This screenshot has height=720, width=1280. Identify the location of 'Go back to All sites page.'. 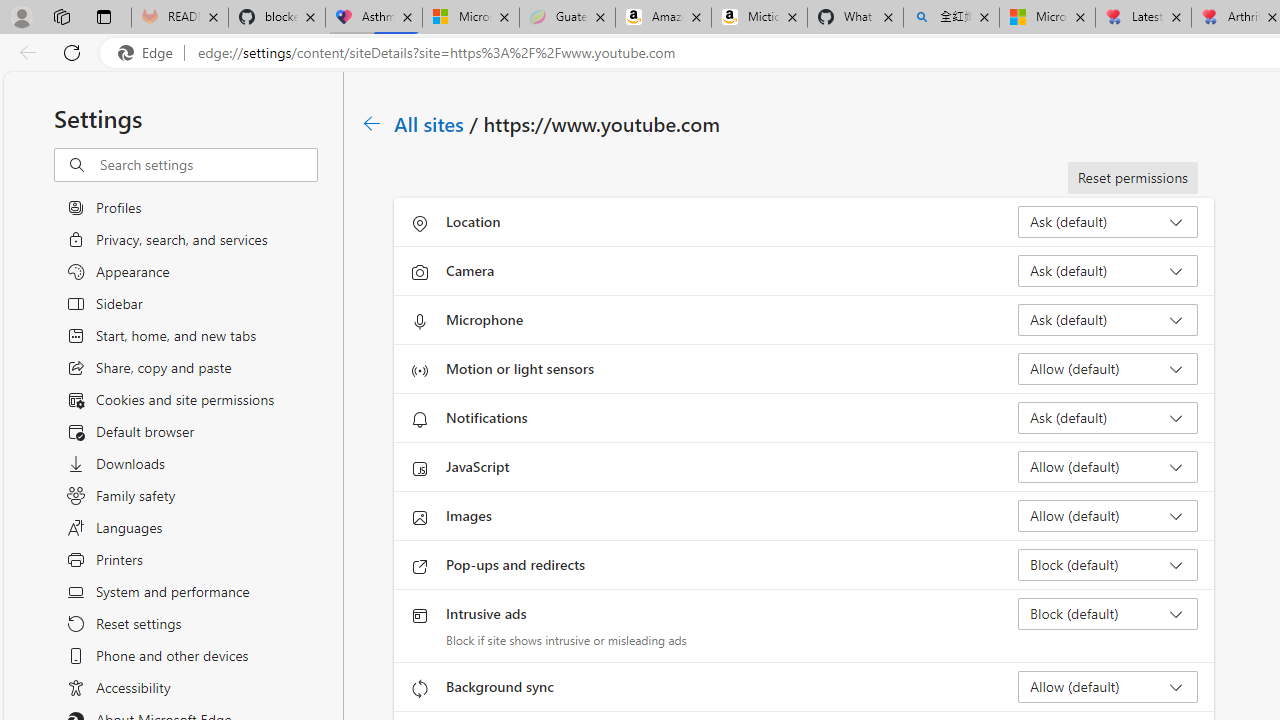
(372, 123).